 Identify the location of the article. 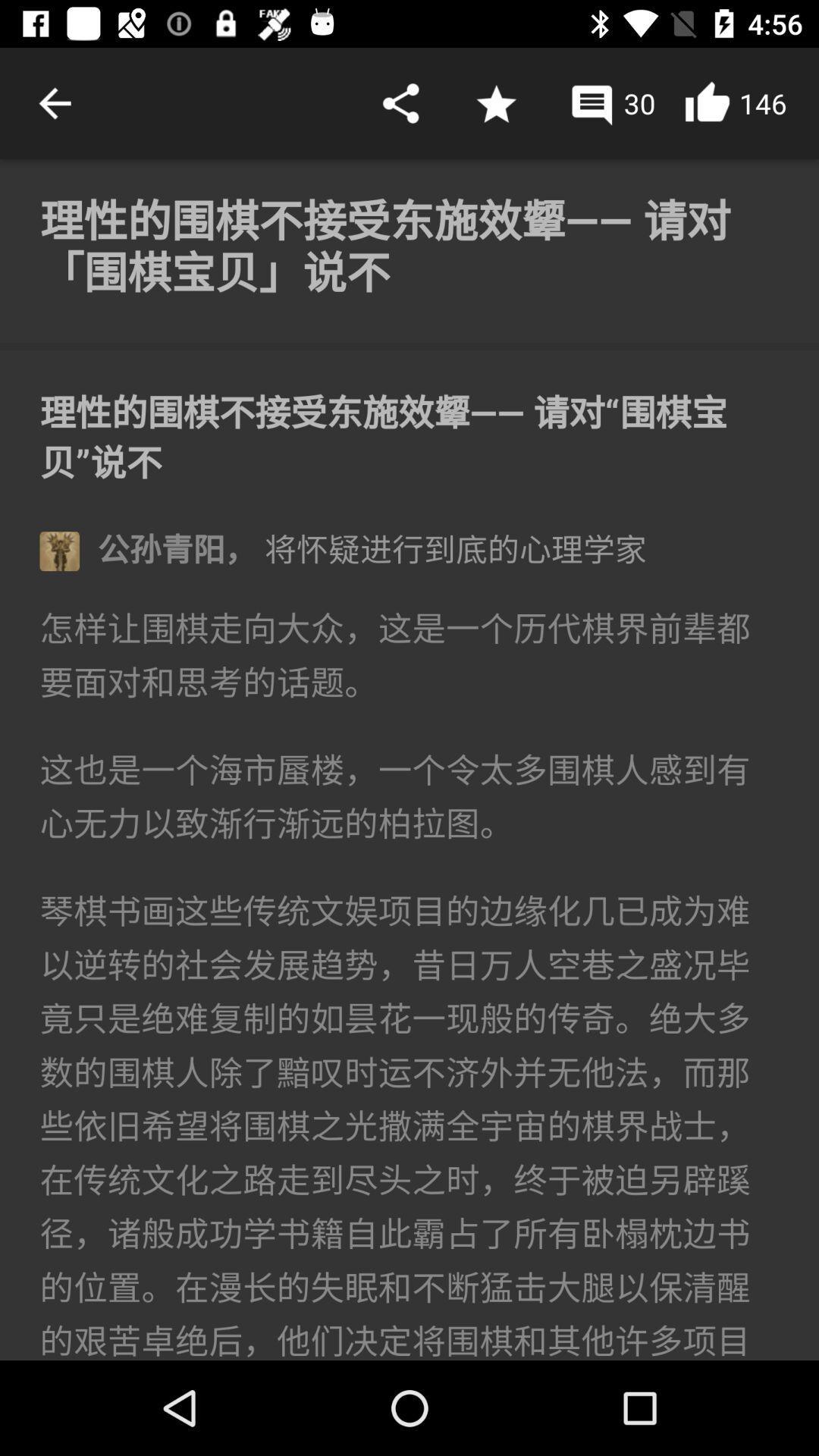
(409, 760).